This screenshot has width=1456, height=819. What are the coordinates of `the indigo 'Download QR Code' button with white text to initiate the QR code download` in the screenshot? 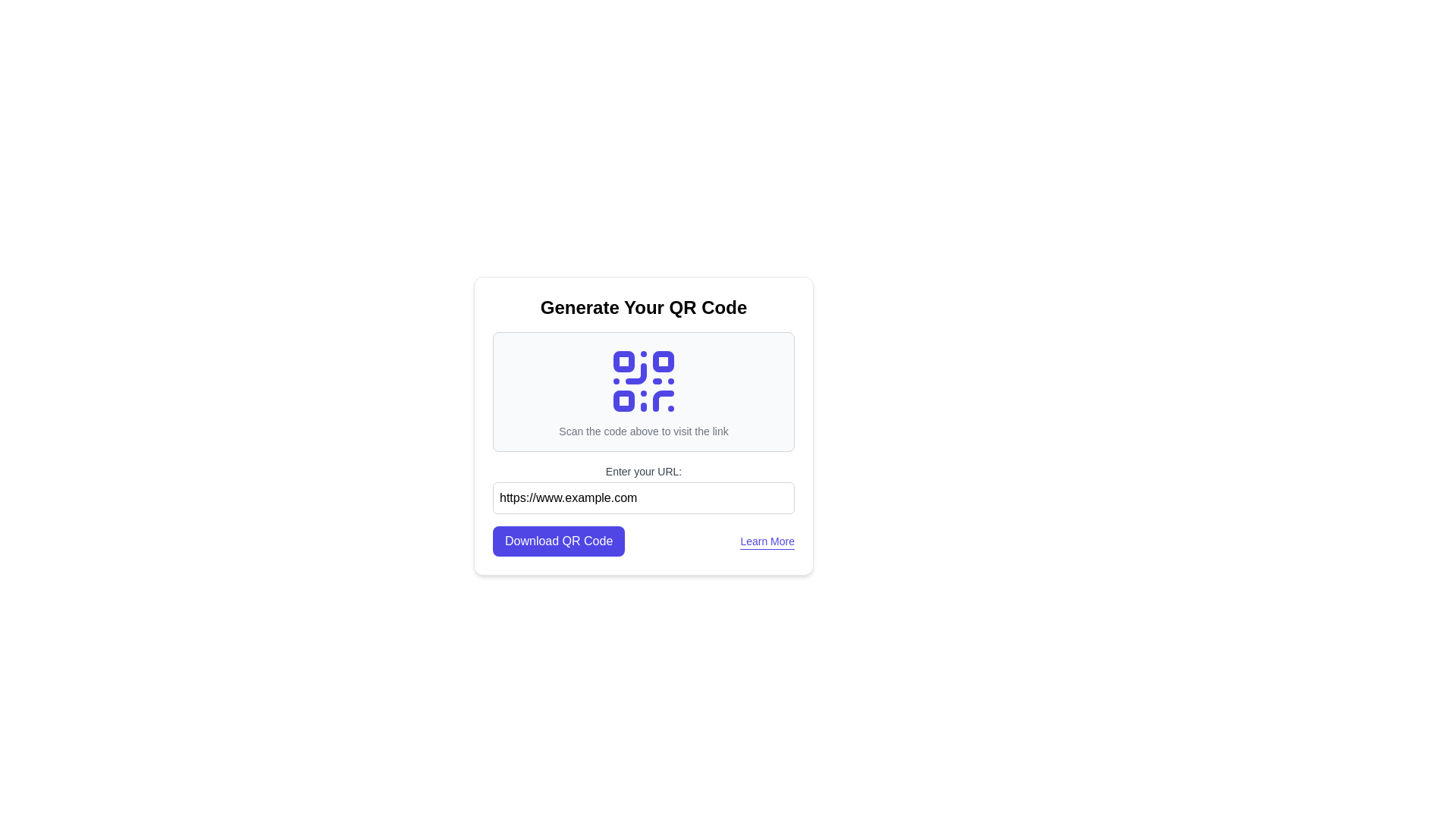 It's located at (558, 540).